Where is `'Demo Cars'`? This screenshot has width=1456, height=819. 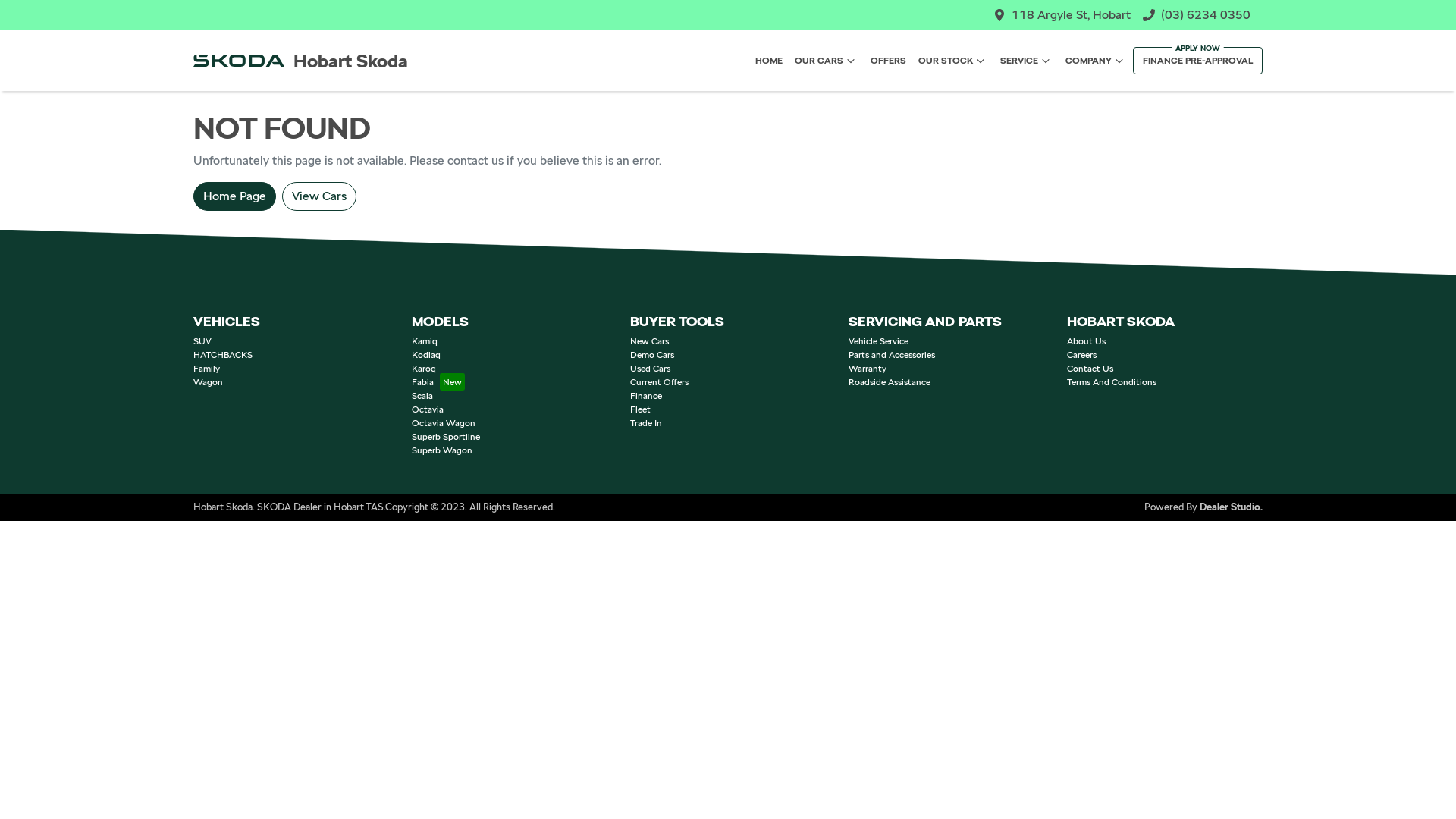
'Demo Cars' is located at coordinates (651, 354).